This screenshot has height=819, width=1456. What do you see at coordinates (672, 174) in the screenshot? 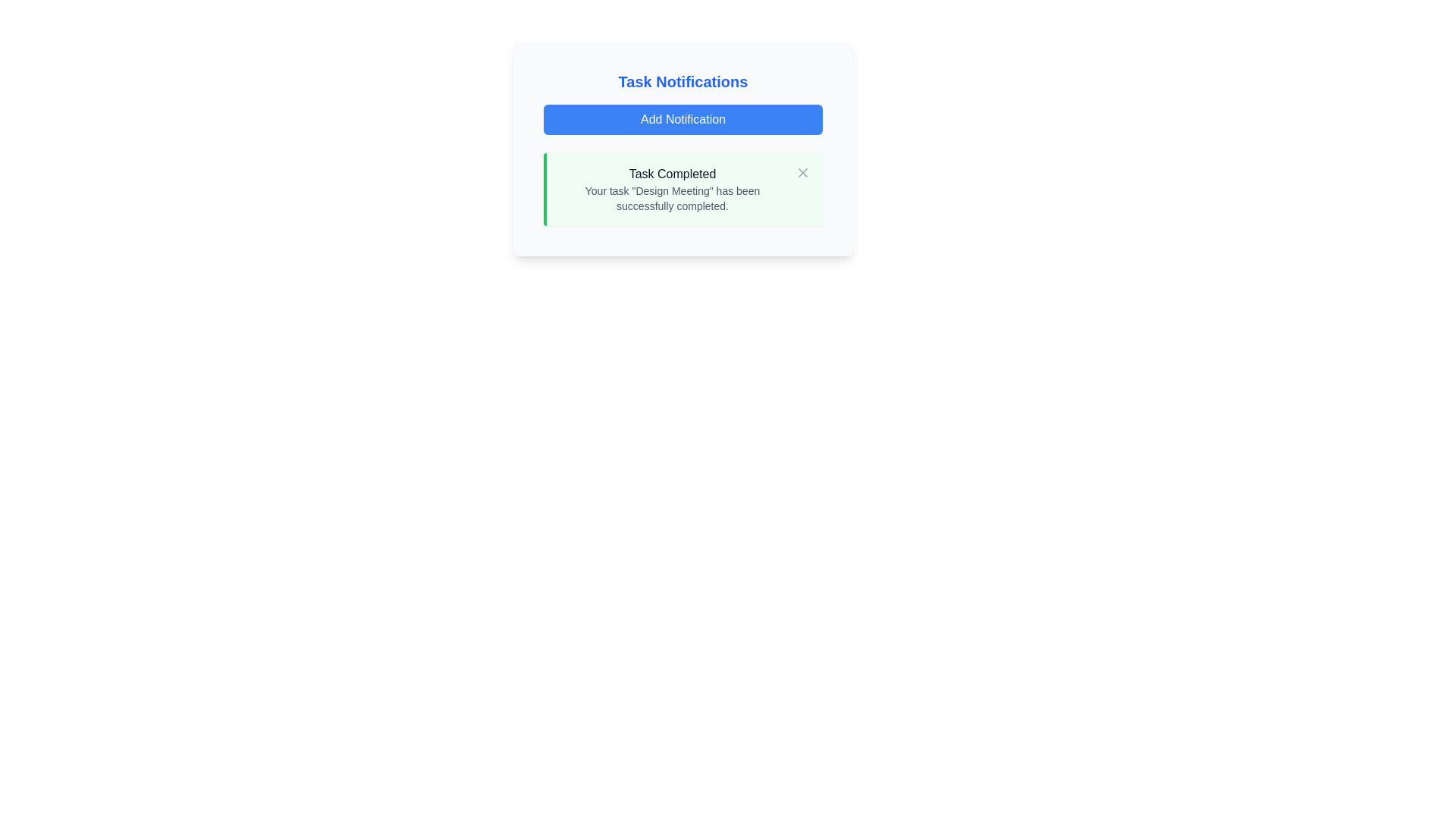
I see `the text label displaying 'Task Completed', which is styled with a medium-weight font in dark gray against a light green background, indicating a successful completion message` at bounding box center [672, 174].